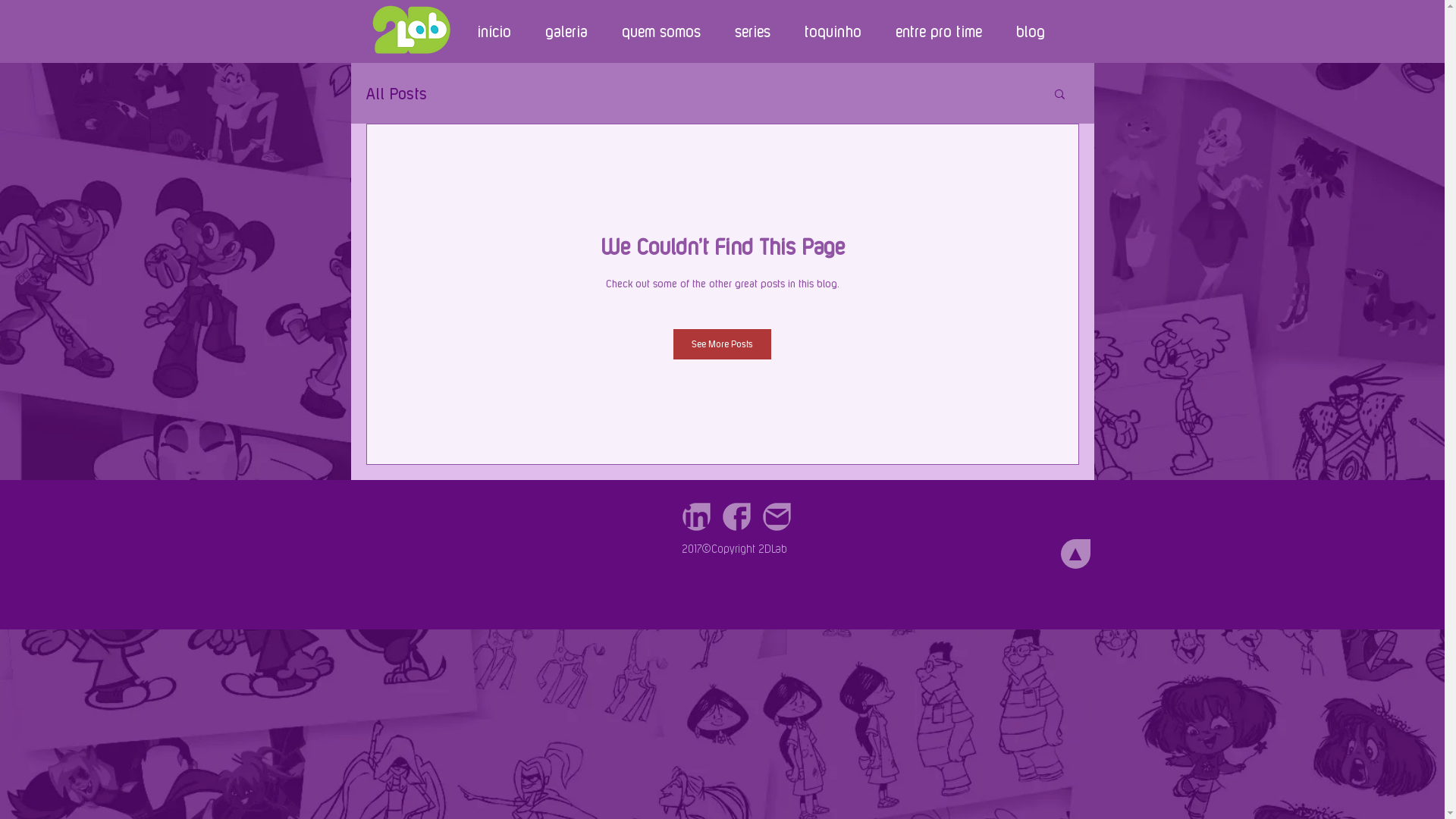 This screenshot has width=1456, height=819. I want to click on 'blog', so click(1029, 31).